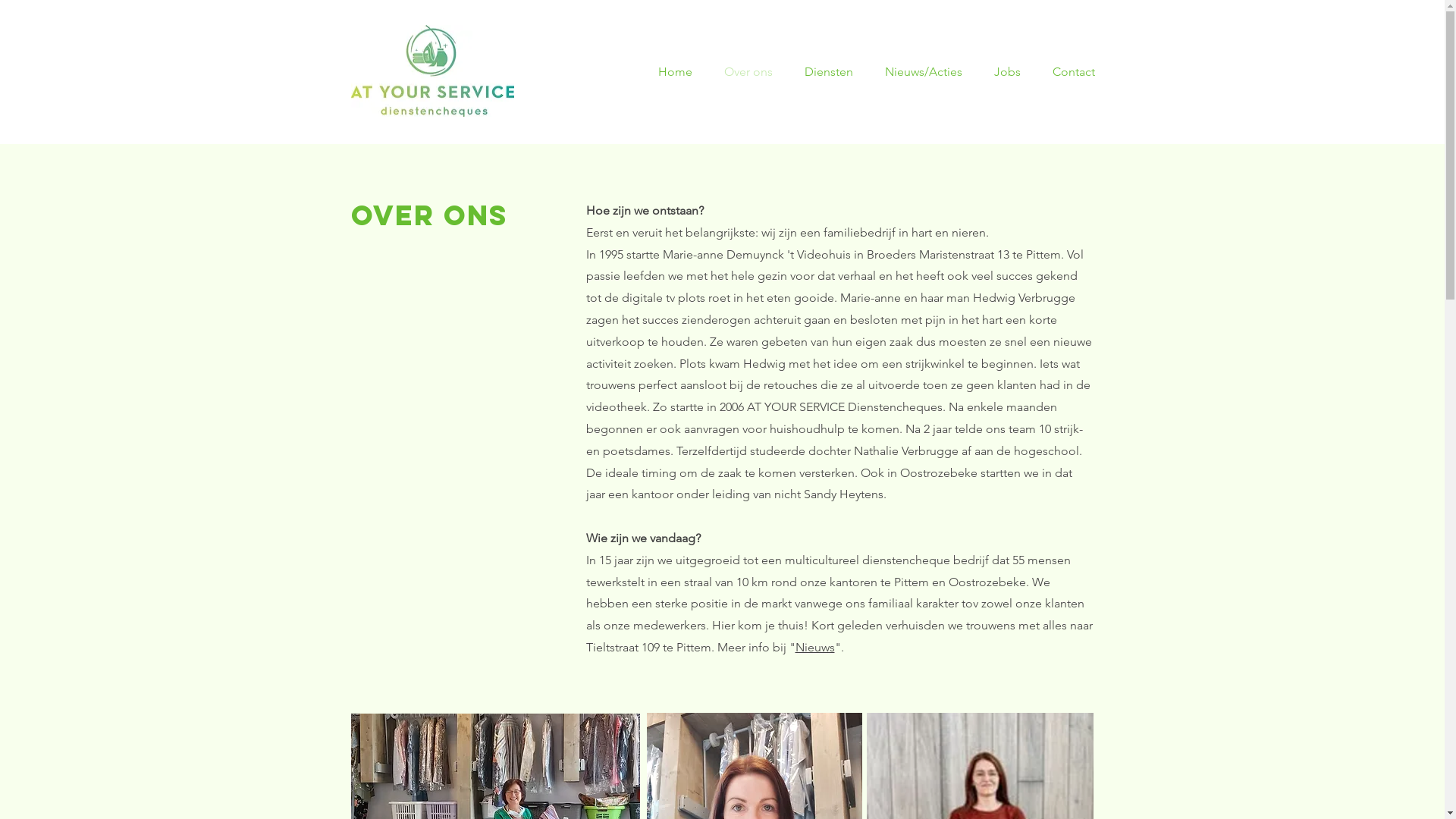  Describe the element at coordinates (712, 72) in the screenshot. I see `'Over ons'` at that location.